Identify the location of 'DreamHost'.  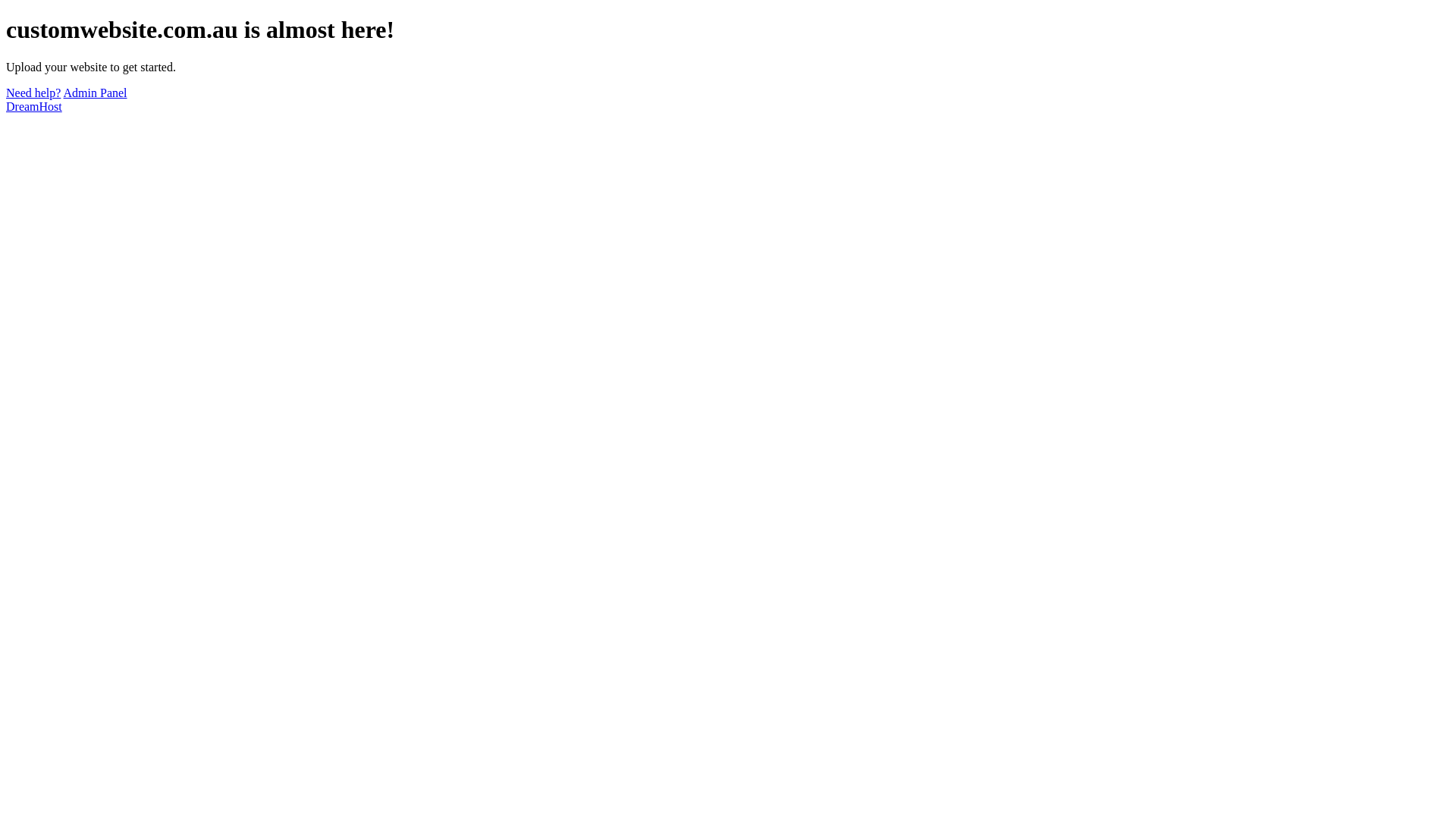
(33, 105).